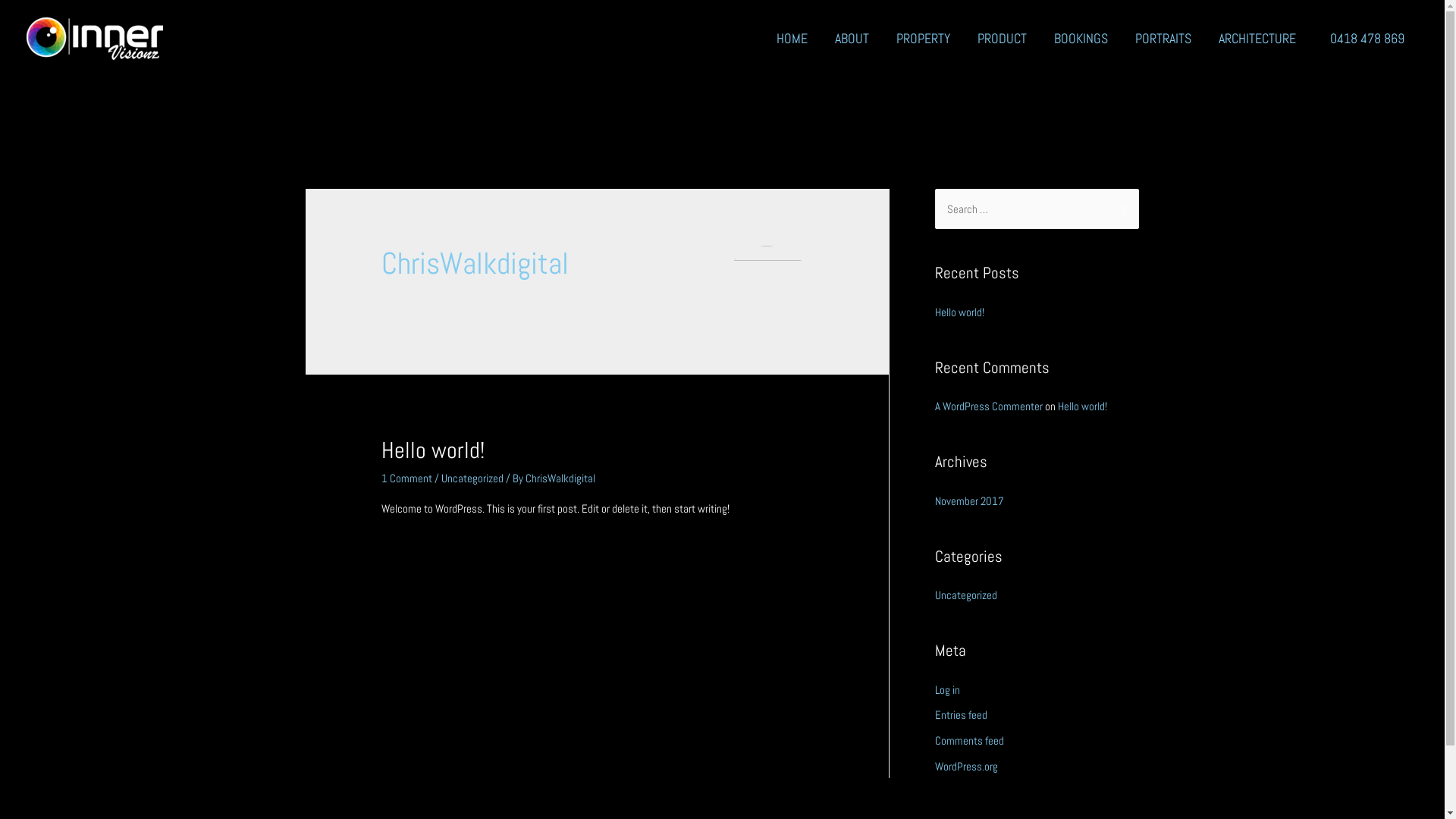 This screenshot has height=819, width=1456. What do you see at coordinates (1002, 37) in the screenshot?
I see `'PRODUCT'` at bounding box center [1002, 37].